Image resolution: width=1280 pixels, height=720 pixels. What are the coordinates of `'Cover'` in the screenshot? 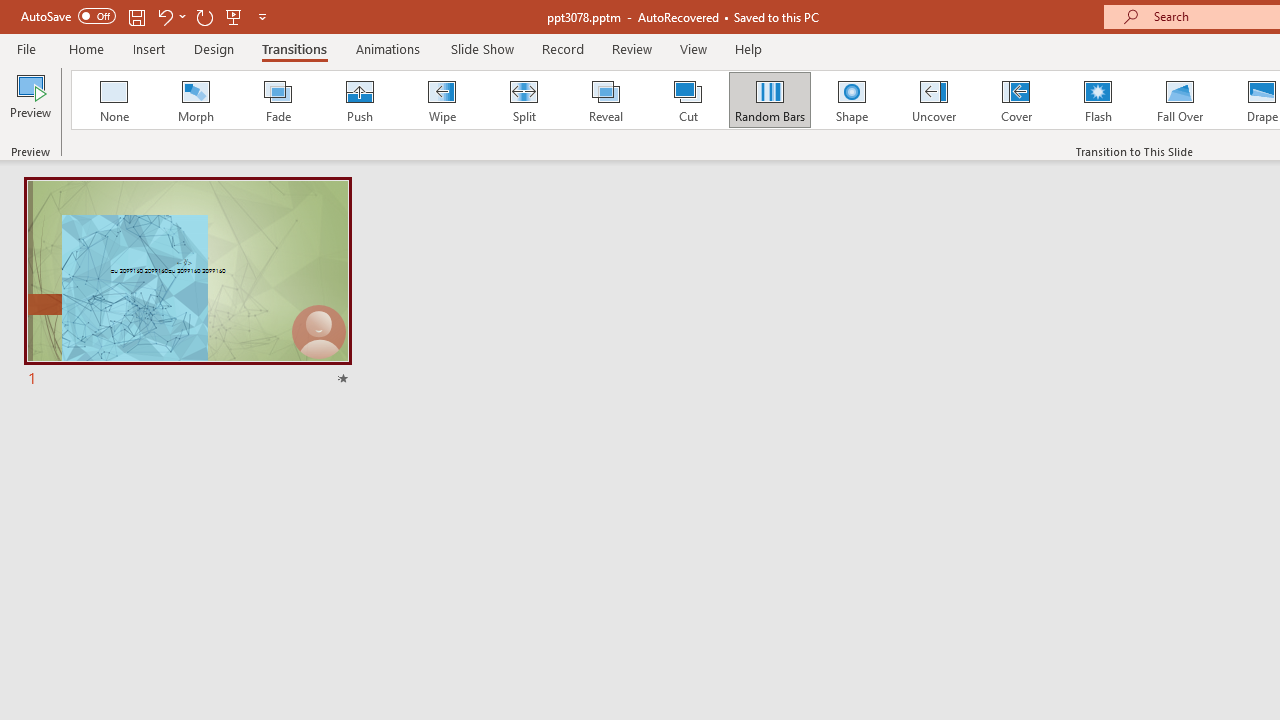 It's located at (1016, 100).